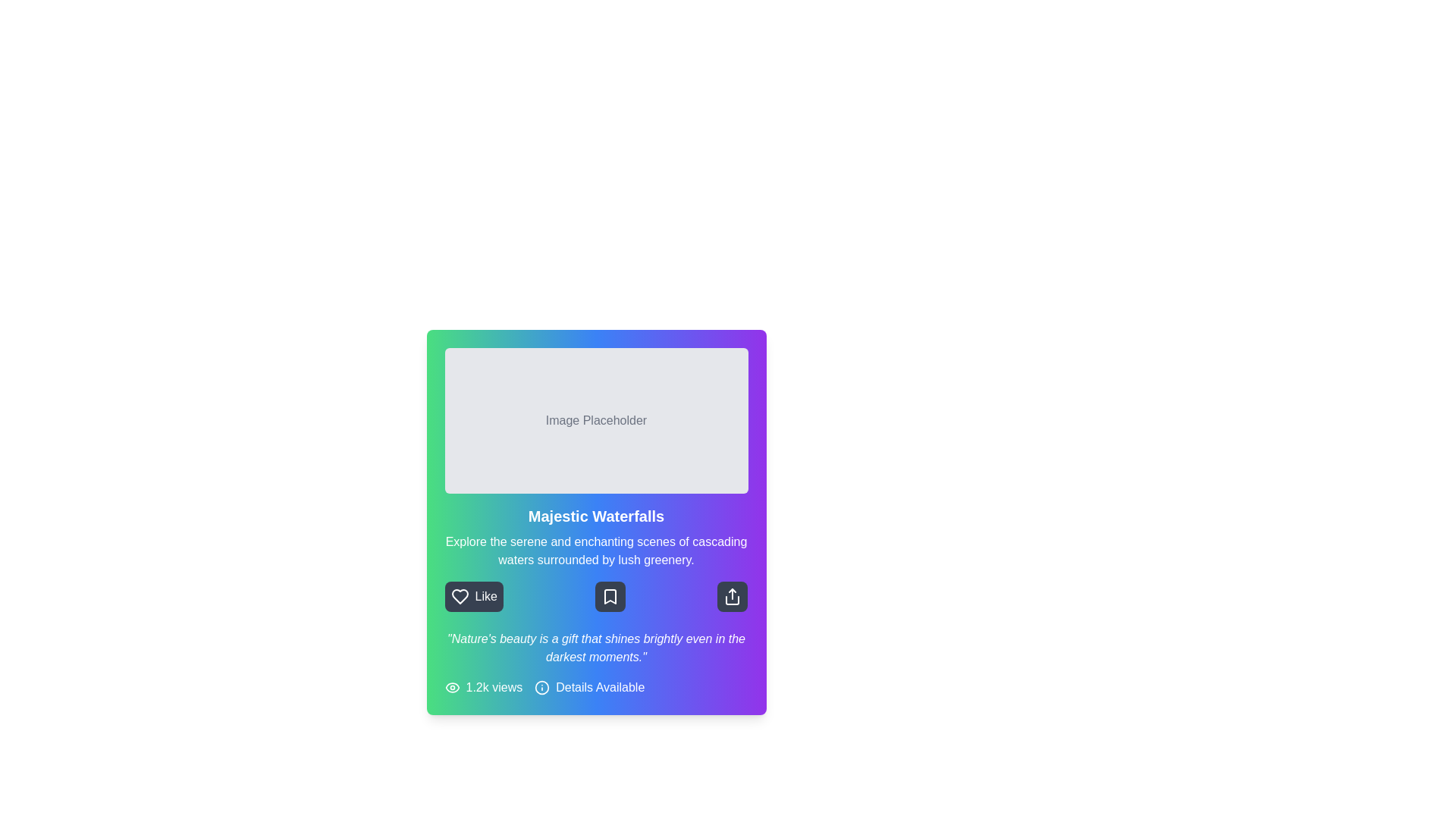  What do you see at coordinates (451, 687) in the screenshot?
I see `the eye-shaped icon located in a green area next to the text '1.2k views', positioned near the bottom-left of a card layout` at bounding box center [451, 687].